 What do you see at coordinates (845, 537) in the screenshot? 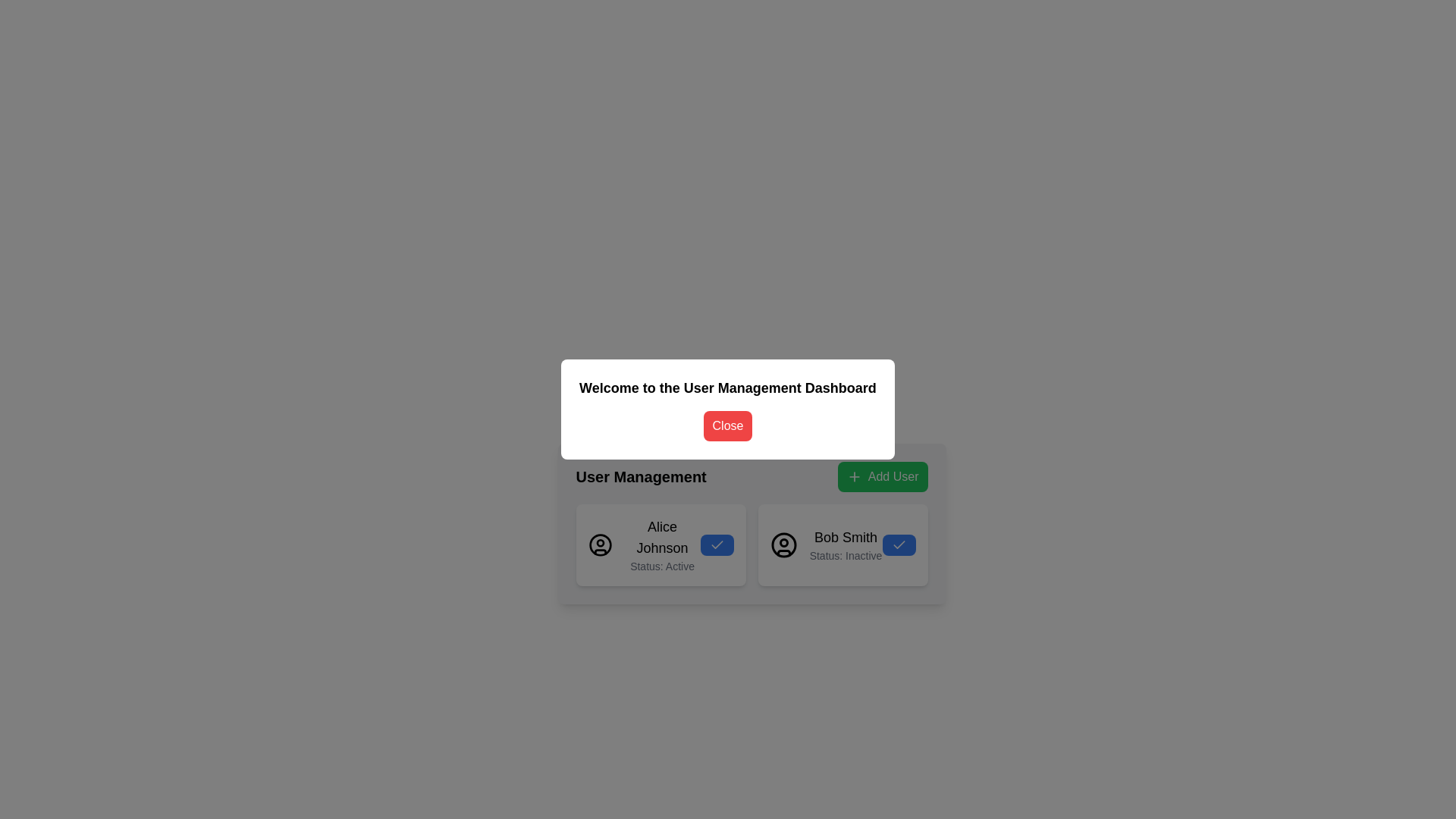
I see `the text label displaying the user's name in the user card, located in the 'User Management' section` at bounding box center [845, 537].